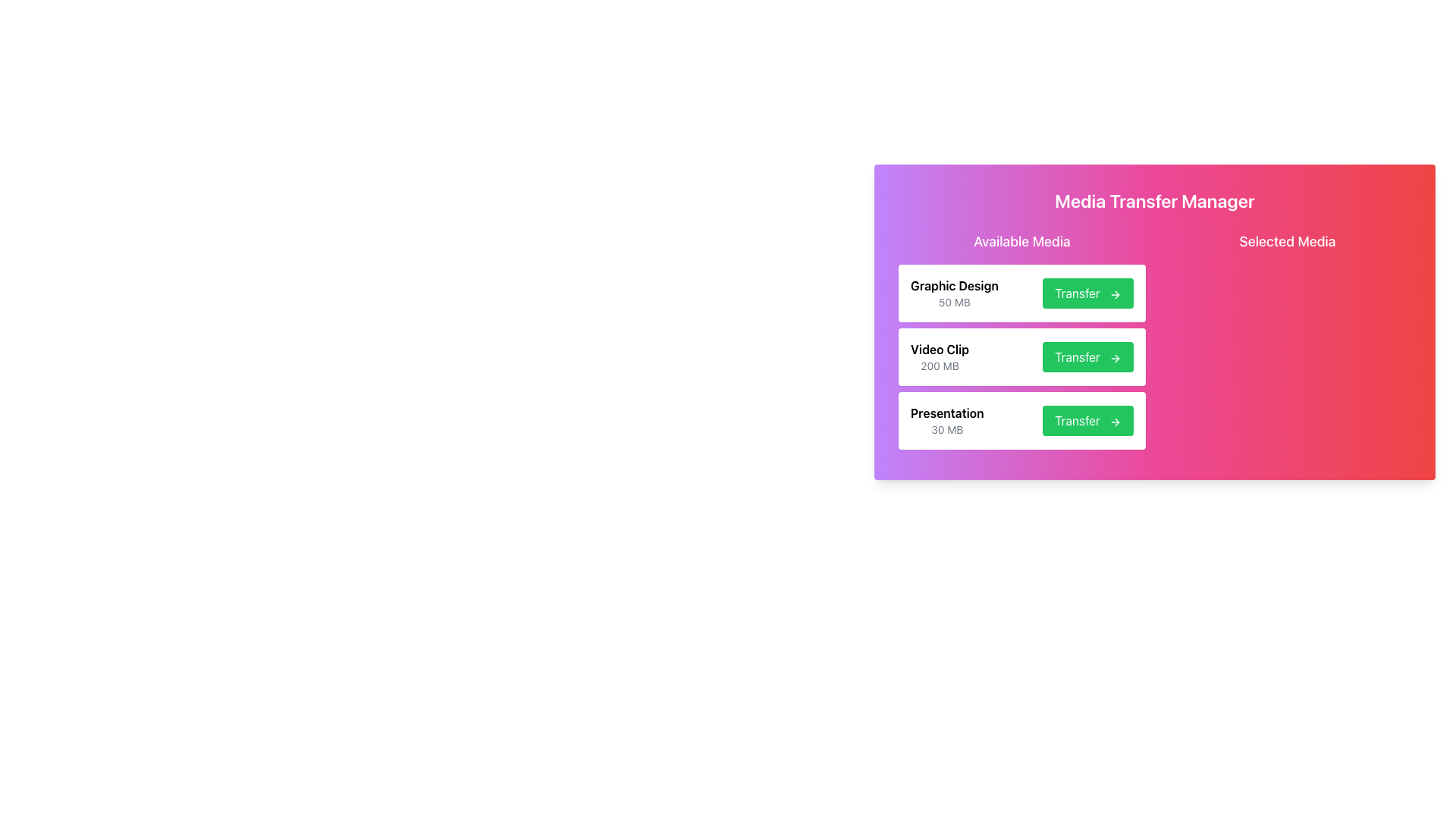 The height and width of the screenshot is (819, 1456). Describe the element at coordinates (1022, 293) in the screenshot. I see `the first Media list item labeled 'Graphic Design' in the 'Available Media' section of the 'Media Transfer Manager' panel` at that location.